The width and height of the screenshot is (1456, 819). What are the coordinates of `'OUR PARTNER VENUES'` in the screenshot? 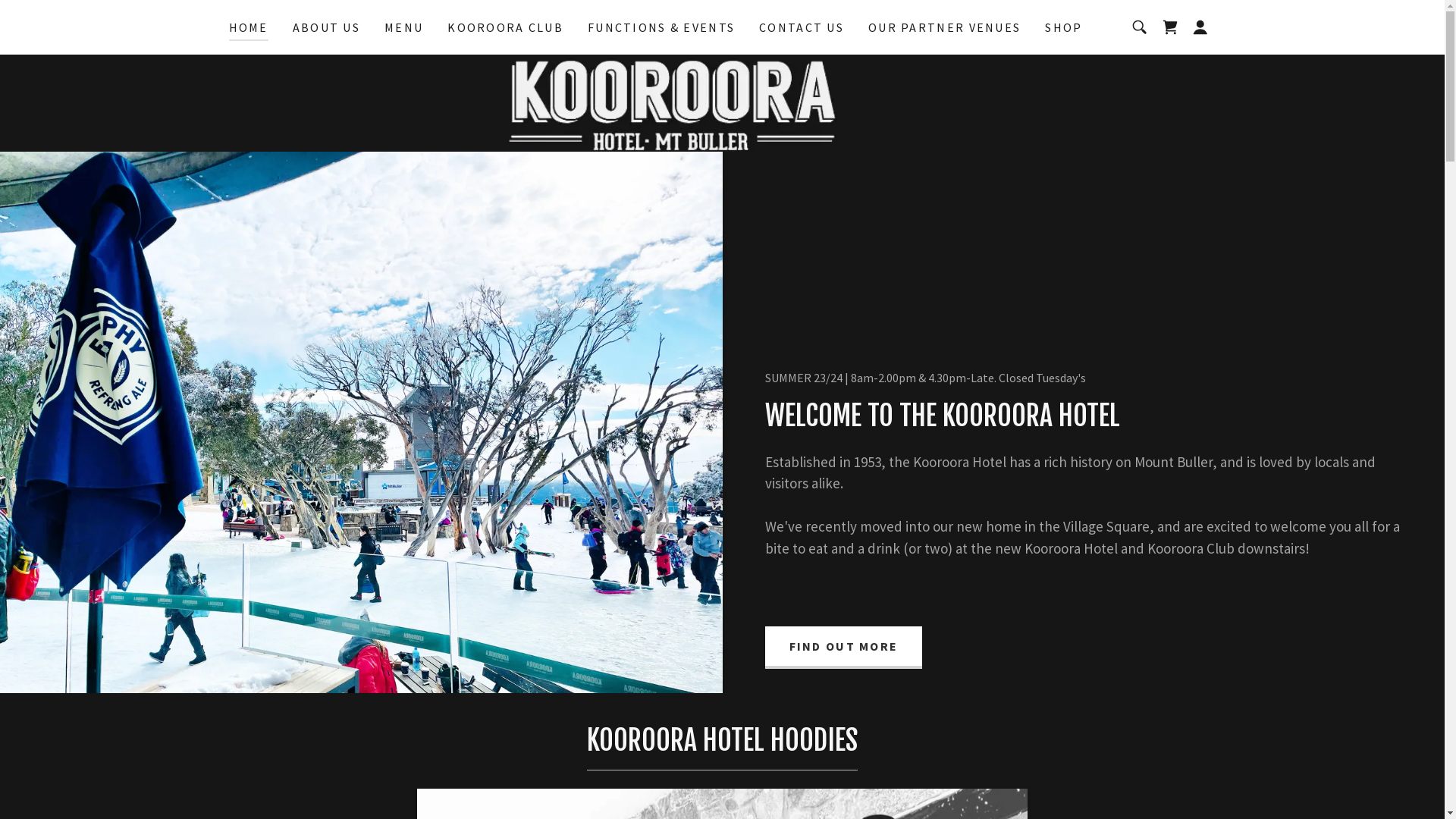 It's located at (943, 27).